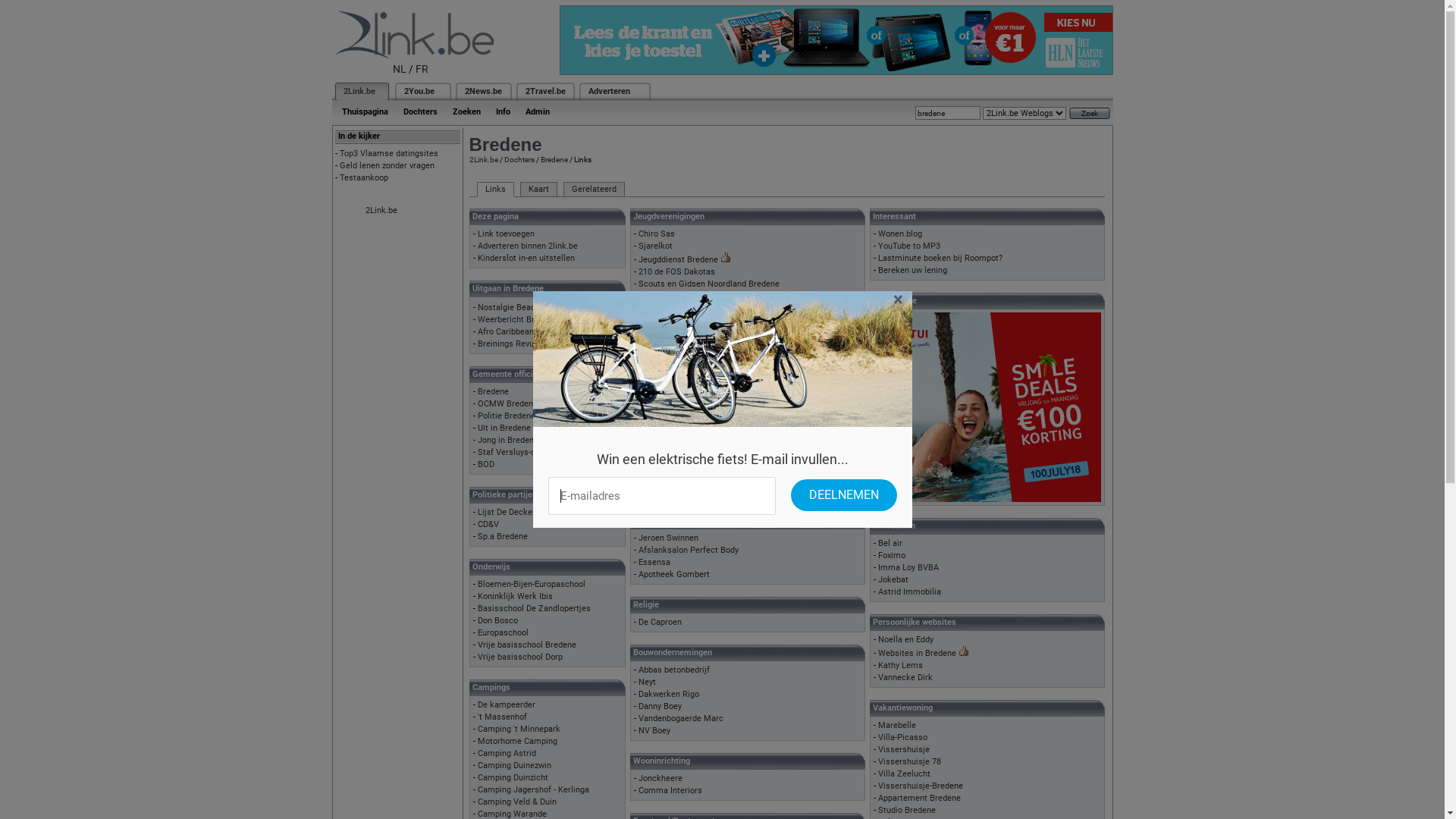 The image size is (1456, 819). What do you see at coordinates (920, 785) in the screenshot?
I see `'Vissershuisje-Bredene'` at bounding box center [920, 785].